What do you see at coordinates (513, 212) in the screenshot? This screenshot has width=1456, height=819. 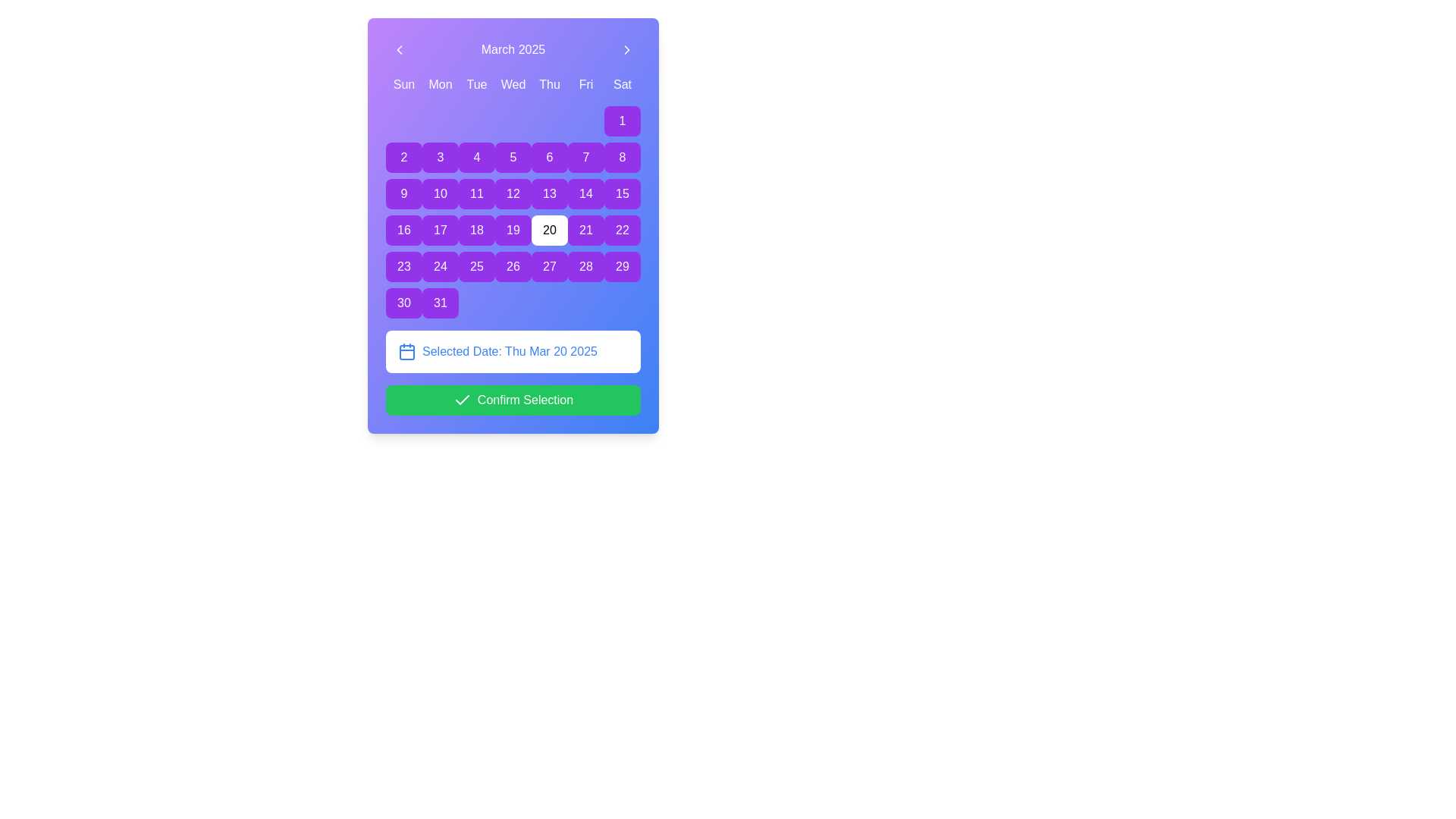 I see `the date cell in the calendar grid, which is part of the card layout under the heading 'March 2025'` at bounding box center [513, 212].